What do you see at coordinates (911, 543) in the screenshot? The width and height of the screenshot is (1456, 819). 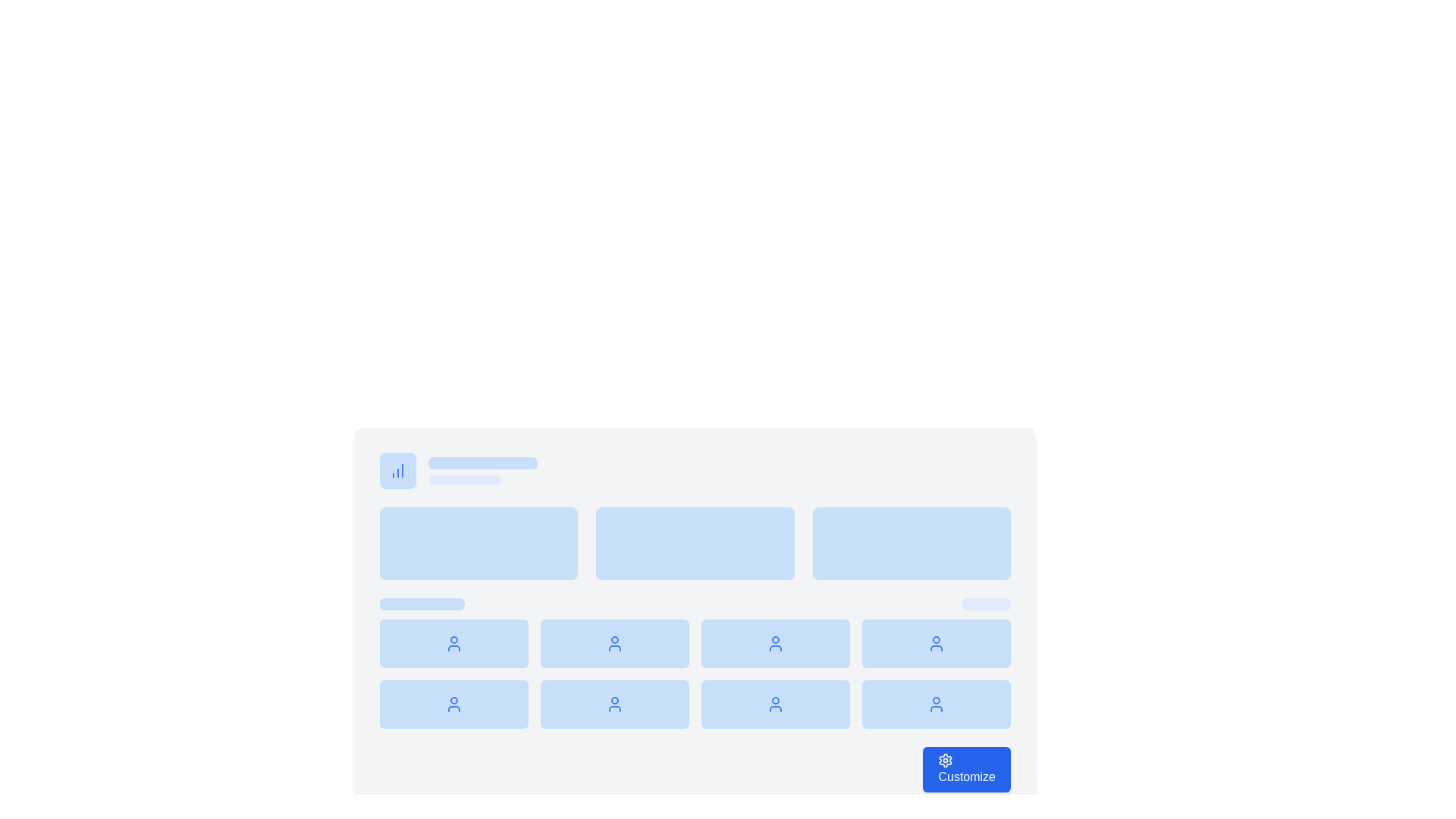 I see `the pulsing animation of the soft blue rectangular placeholder with rounded corners located in the third column of the top row of the grid layout` at bounding box center [911, 543].